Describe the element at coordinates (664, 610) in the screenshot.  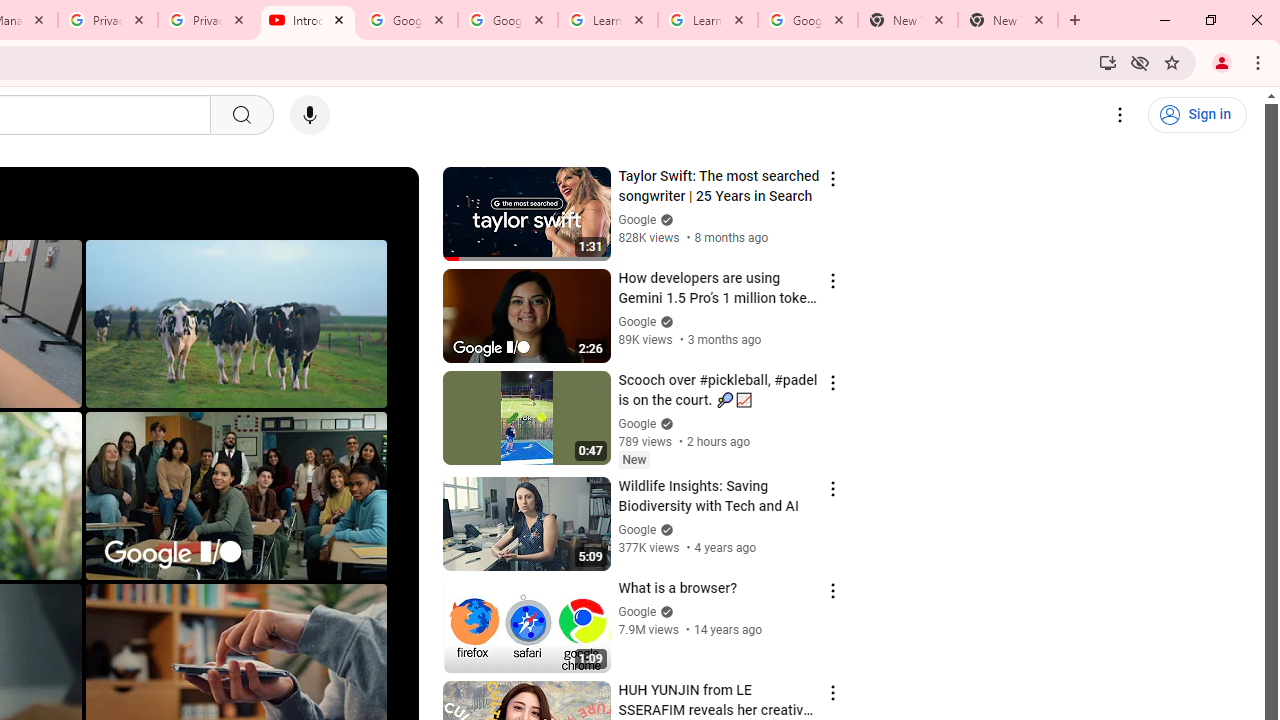
I see `'Verified'` at that location.